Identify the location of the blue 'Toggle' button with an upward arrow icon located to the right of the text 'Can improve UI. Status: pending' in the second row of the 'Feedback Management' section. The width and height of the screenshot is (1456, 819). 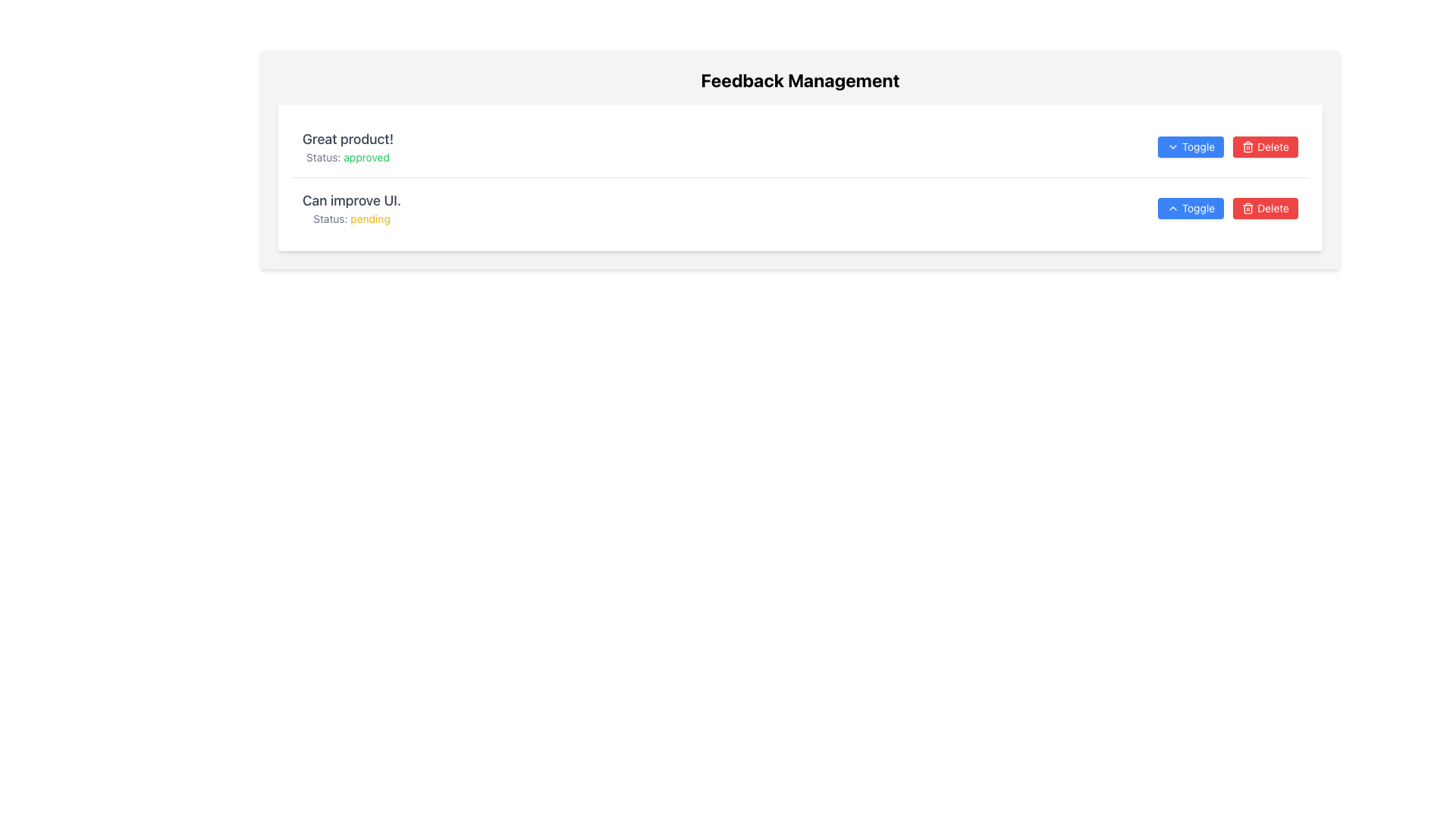
(1228, 208).